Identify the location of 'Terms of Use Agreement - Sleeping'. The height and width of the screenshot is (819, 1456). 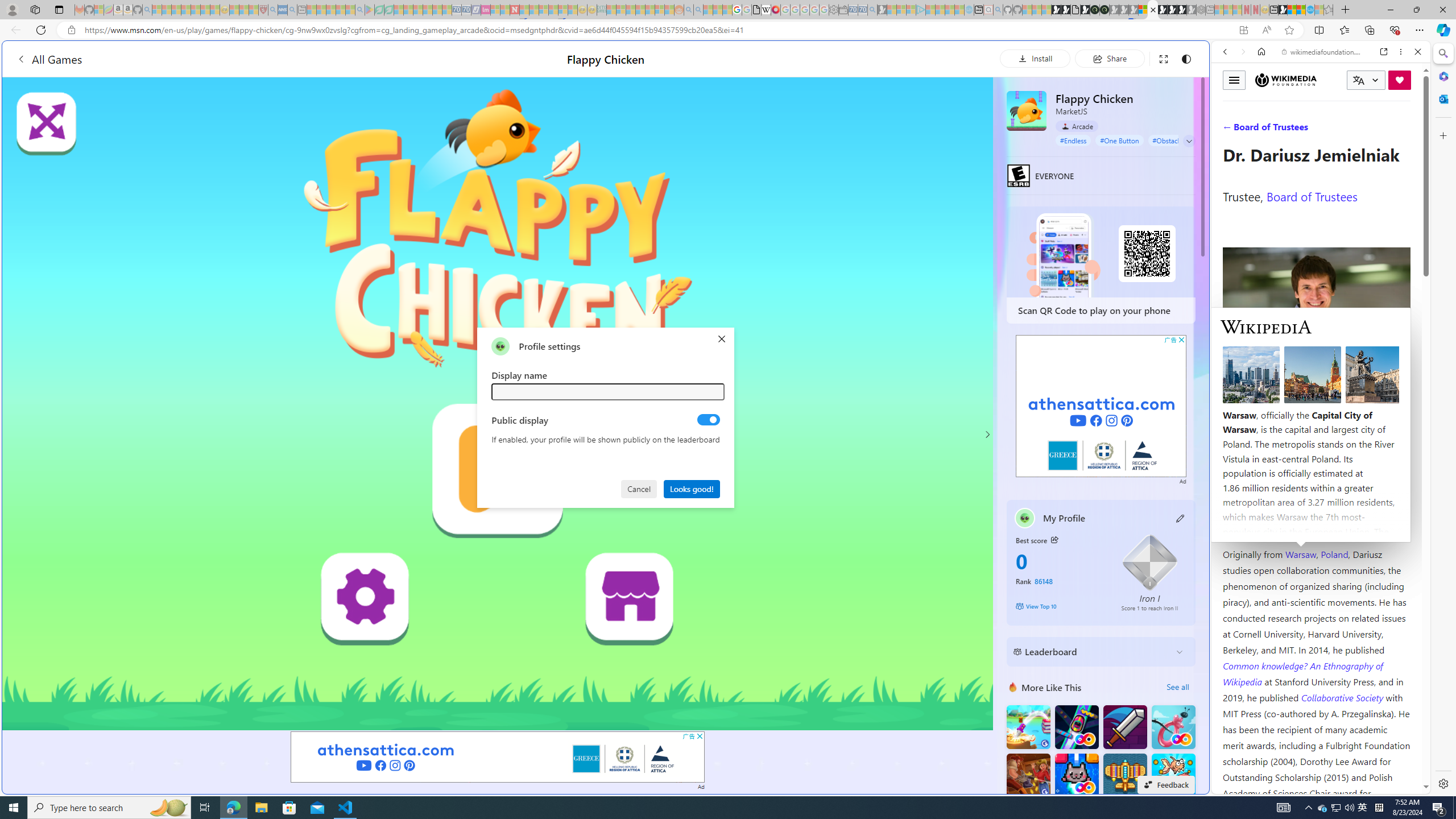
(378, 9).